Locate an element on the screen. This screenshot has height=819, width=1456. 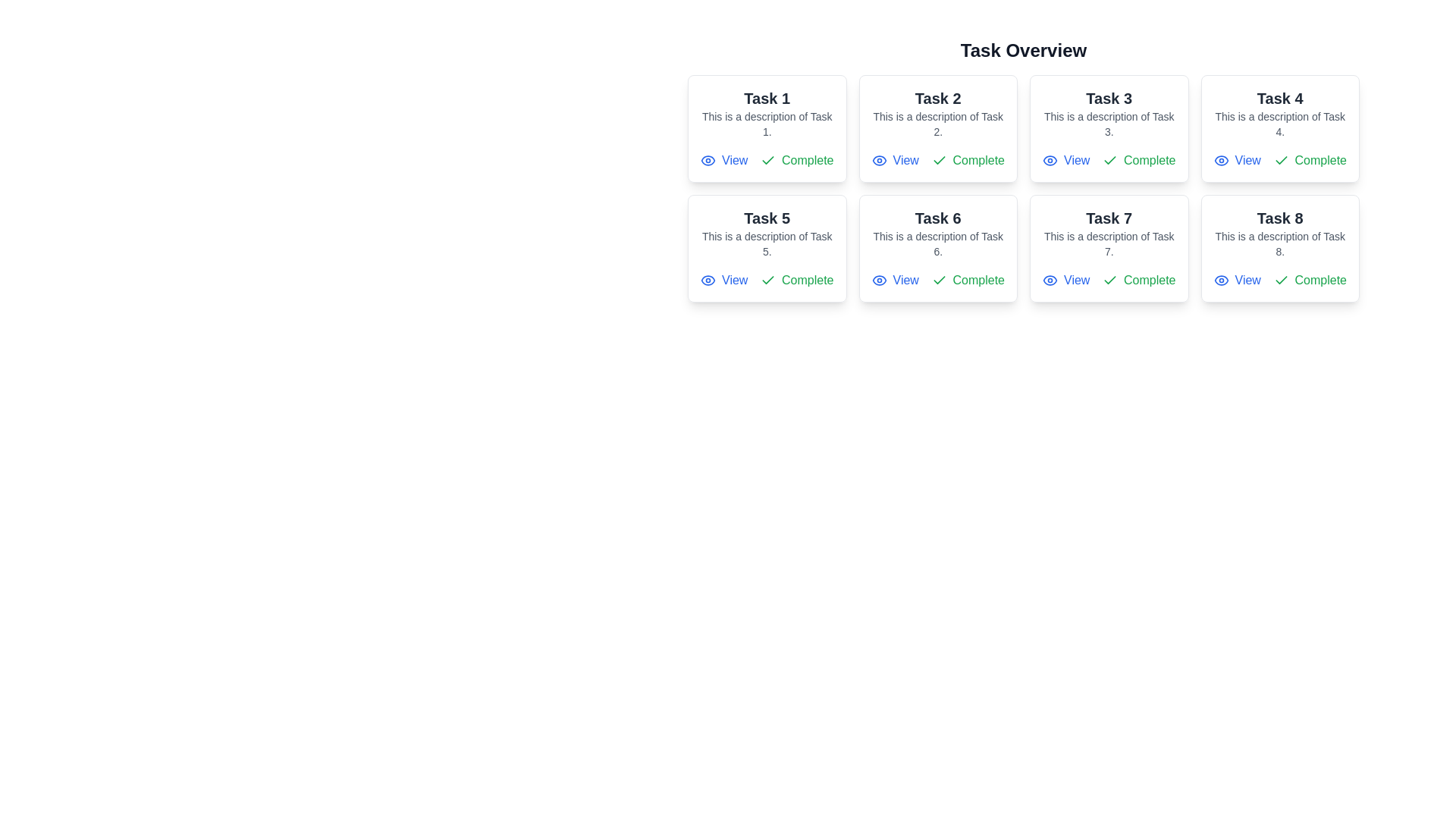
the completeness icon for 'Task 1', which is located between the 'View' blue icon and the 'Complete' green text is located at coordinates (767, 161).